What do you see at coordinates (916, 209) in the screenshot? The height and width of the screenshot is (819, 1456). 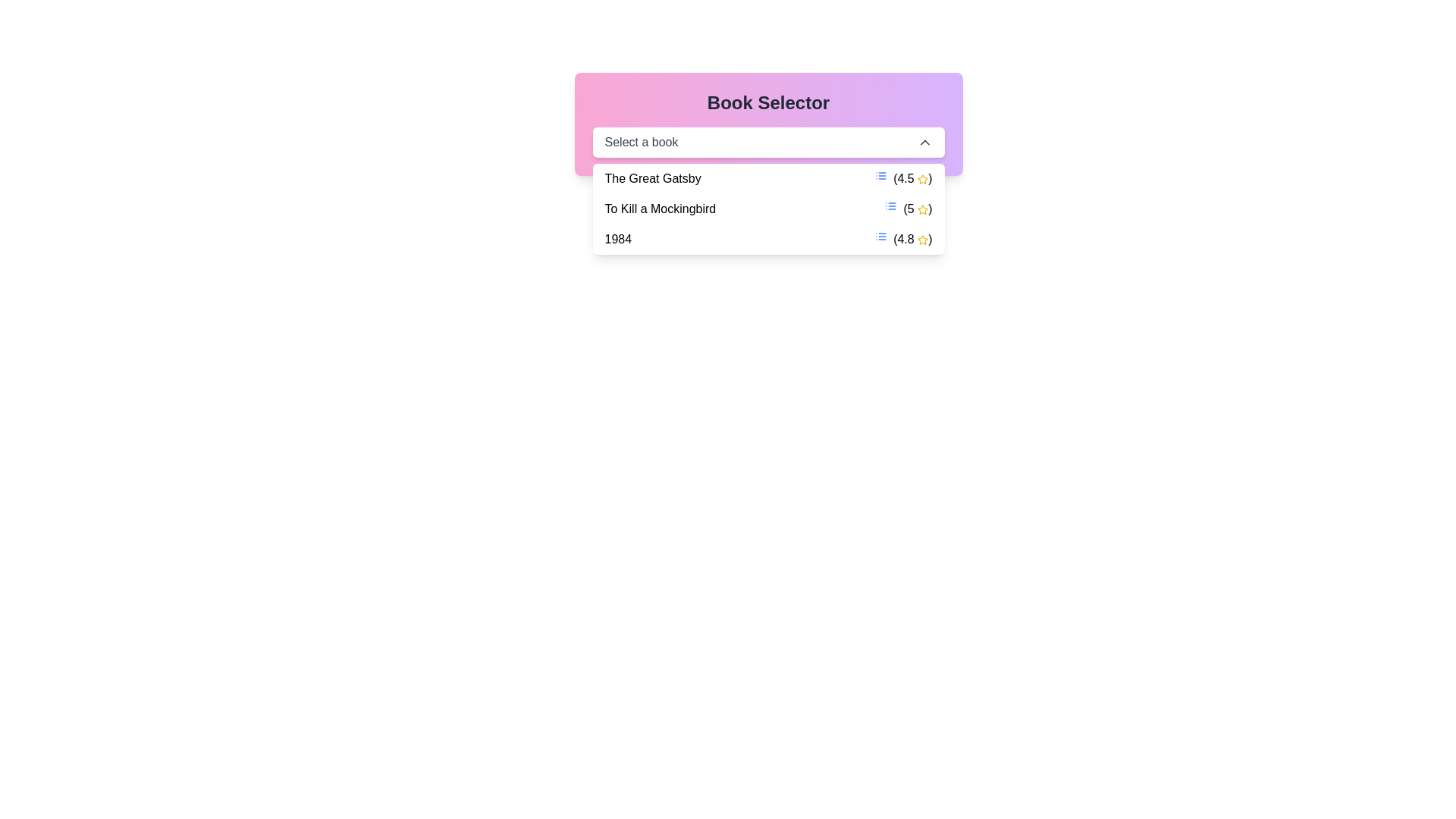 I see `the text element displaying '(5 )' next to the star icon, which represents a rating` at bounding box center [916, 209].